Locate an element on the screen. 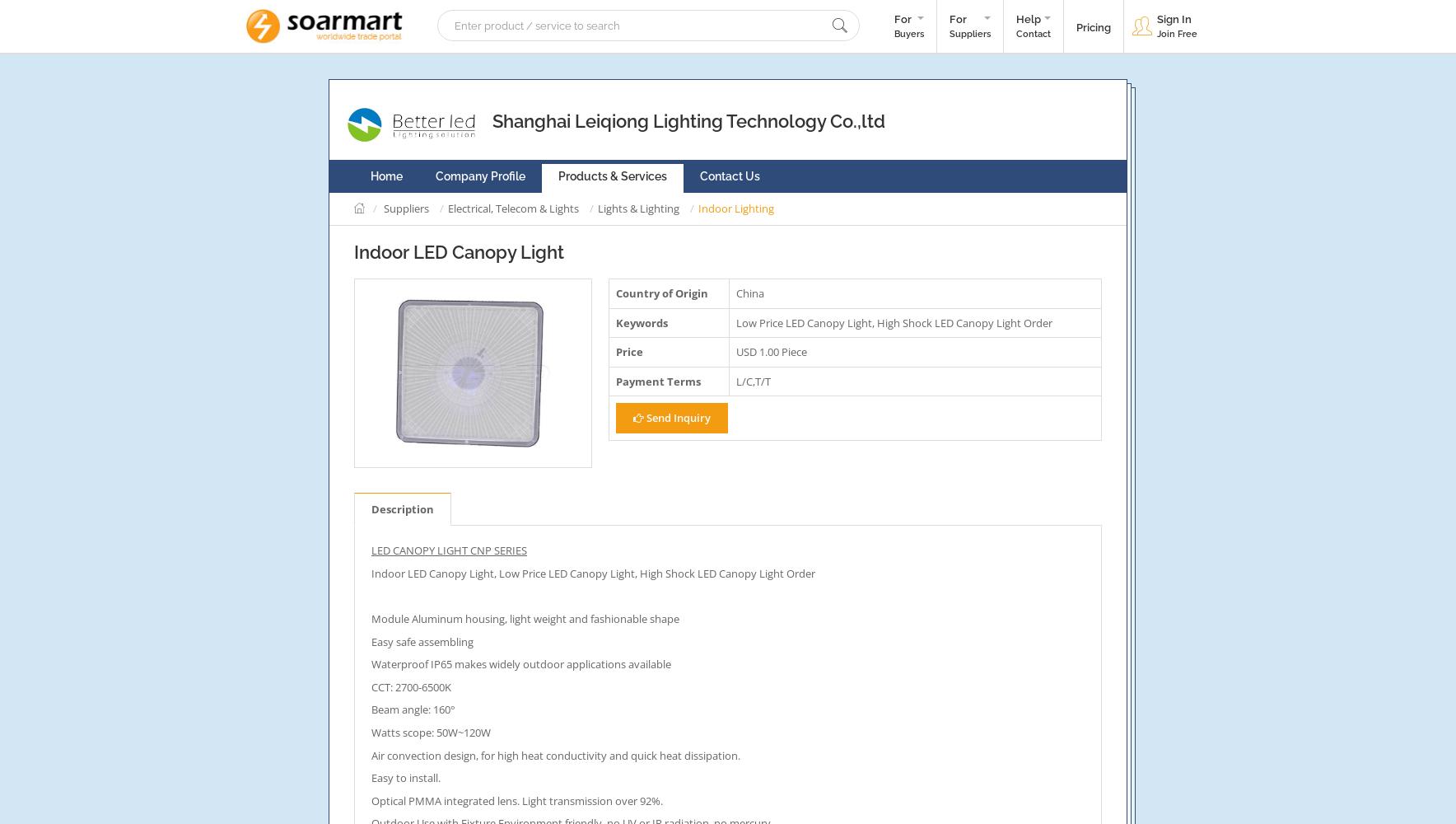  'L/C,T/T' is located at coordinates (752, 380).